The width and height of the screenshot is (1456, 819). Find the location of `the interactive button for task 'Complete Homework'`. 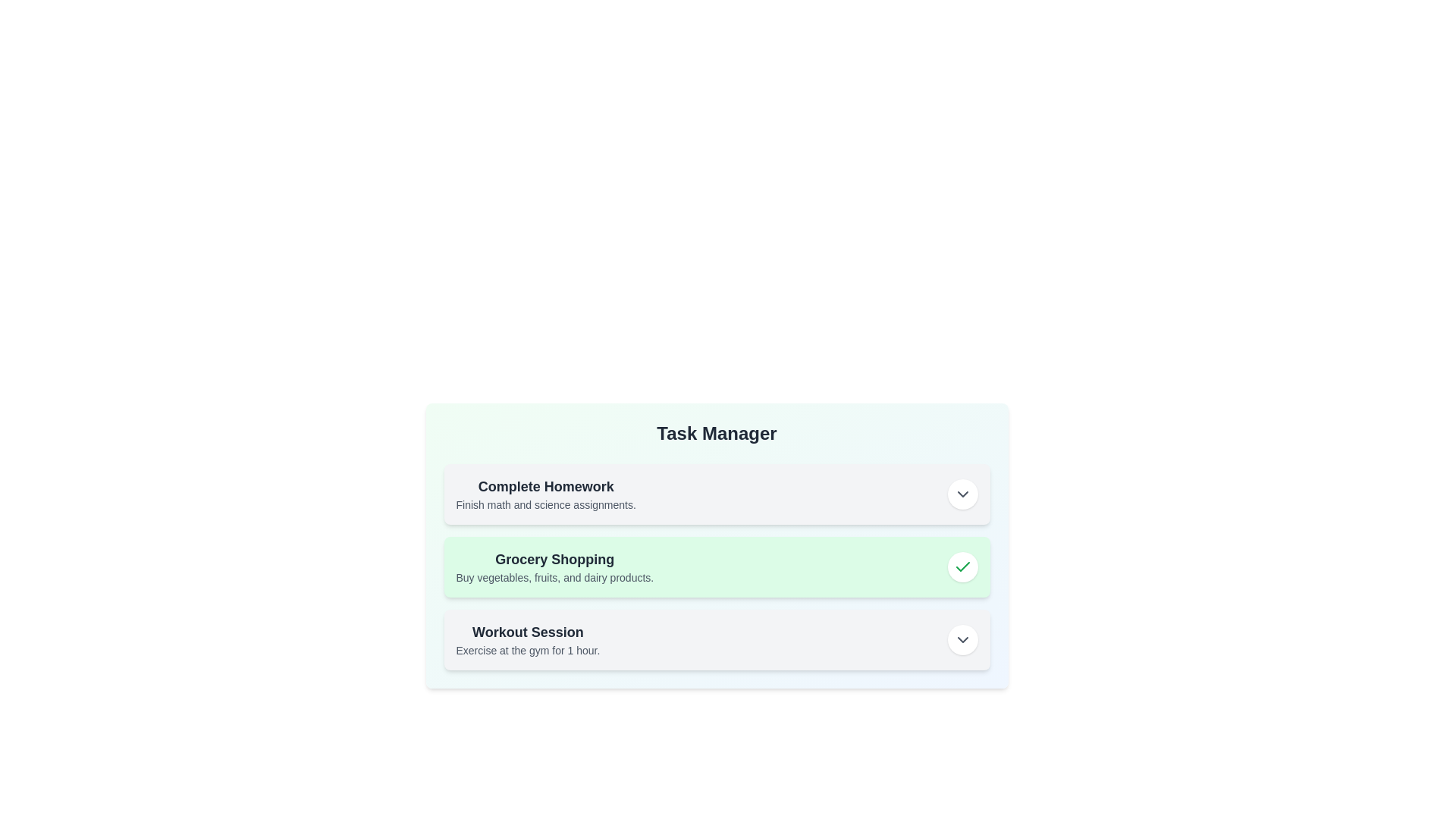

the interactive button for task 'Complete Homework' is located at coordinates (962, 494).